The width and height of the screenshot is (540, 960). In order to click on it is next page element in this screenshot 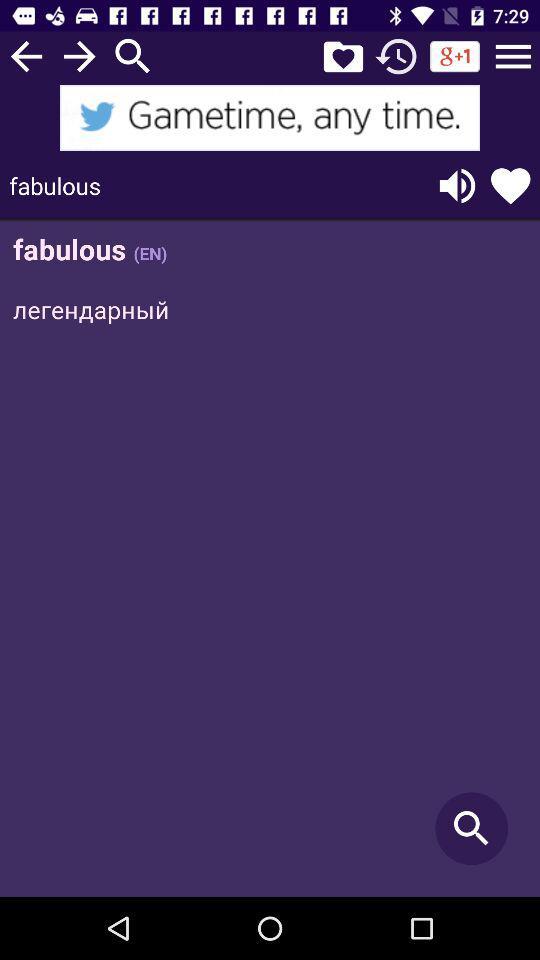, I will do `click(78, 55)`.